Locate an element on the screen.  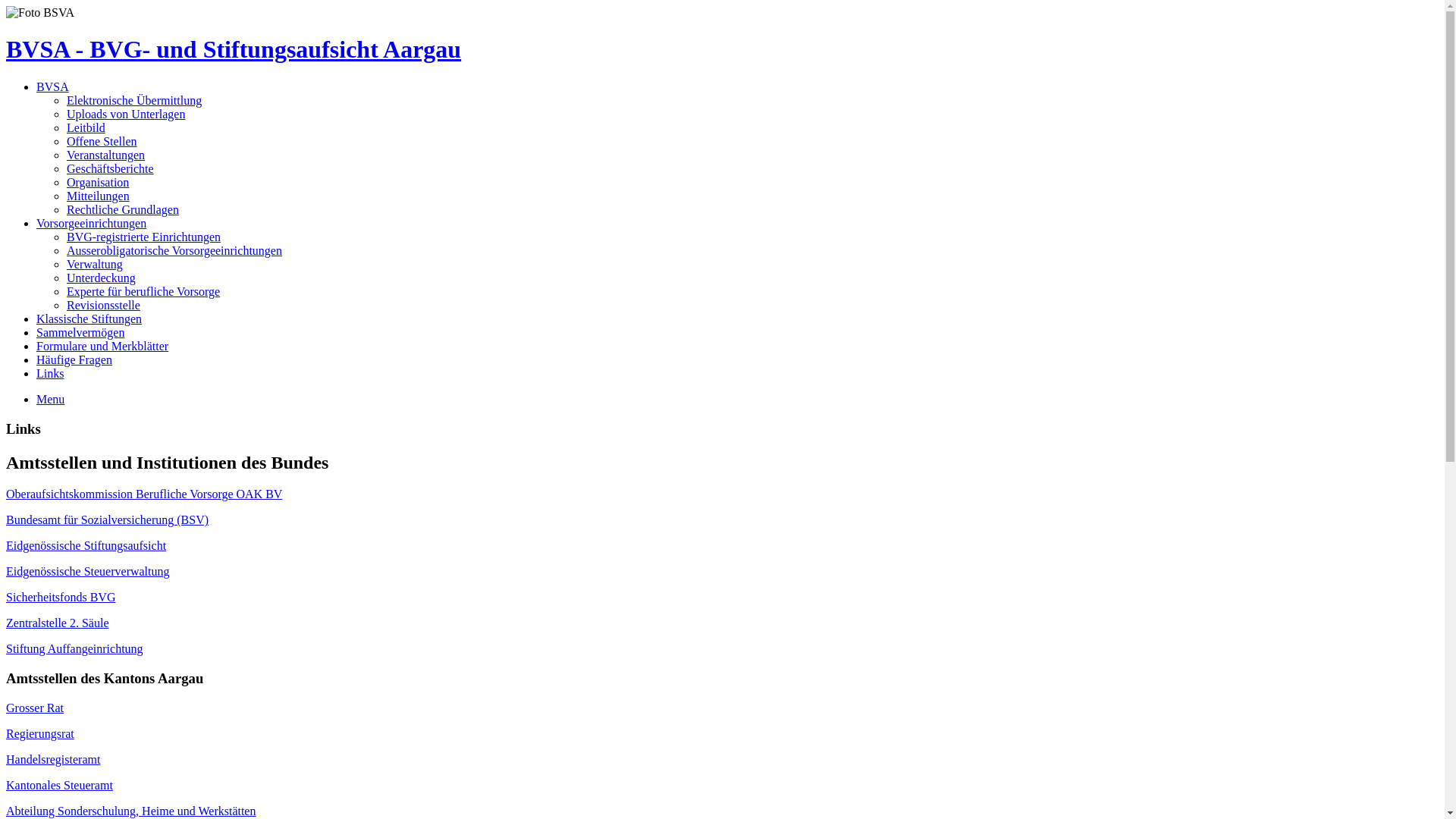
'Grosser Rat' is located at coordinates (35, 708).